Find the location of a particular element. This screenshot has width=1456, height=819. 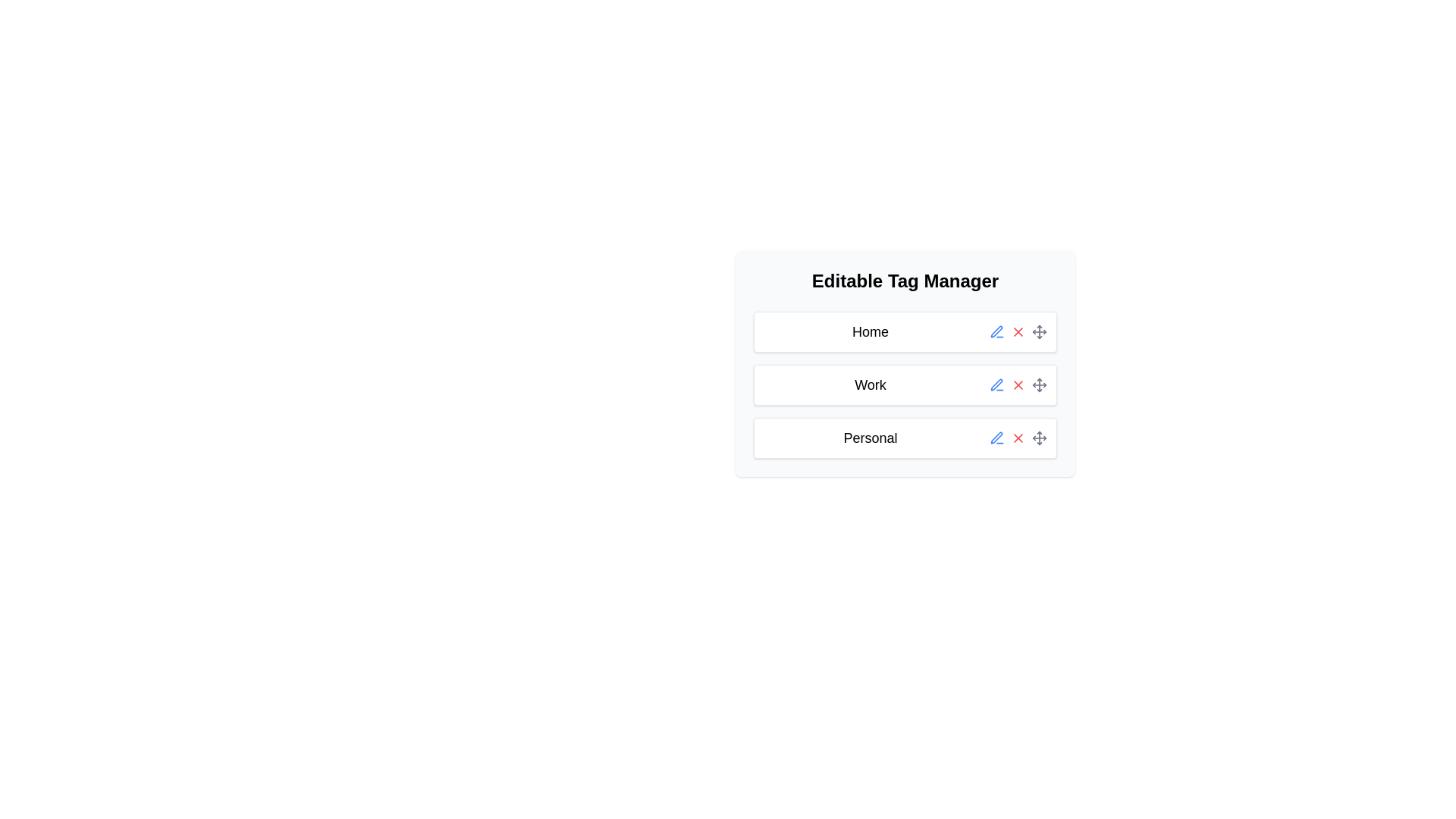

the delete button located to the right of the third row labeled 'Personal' is located at coordinates (1018, 438).